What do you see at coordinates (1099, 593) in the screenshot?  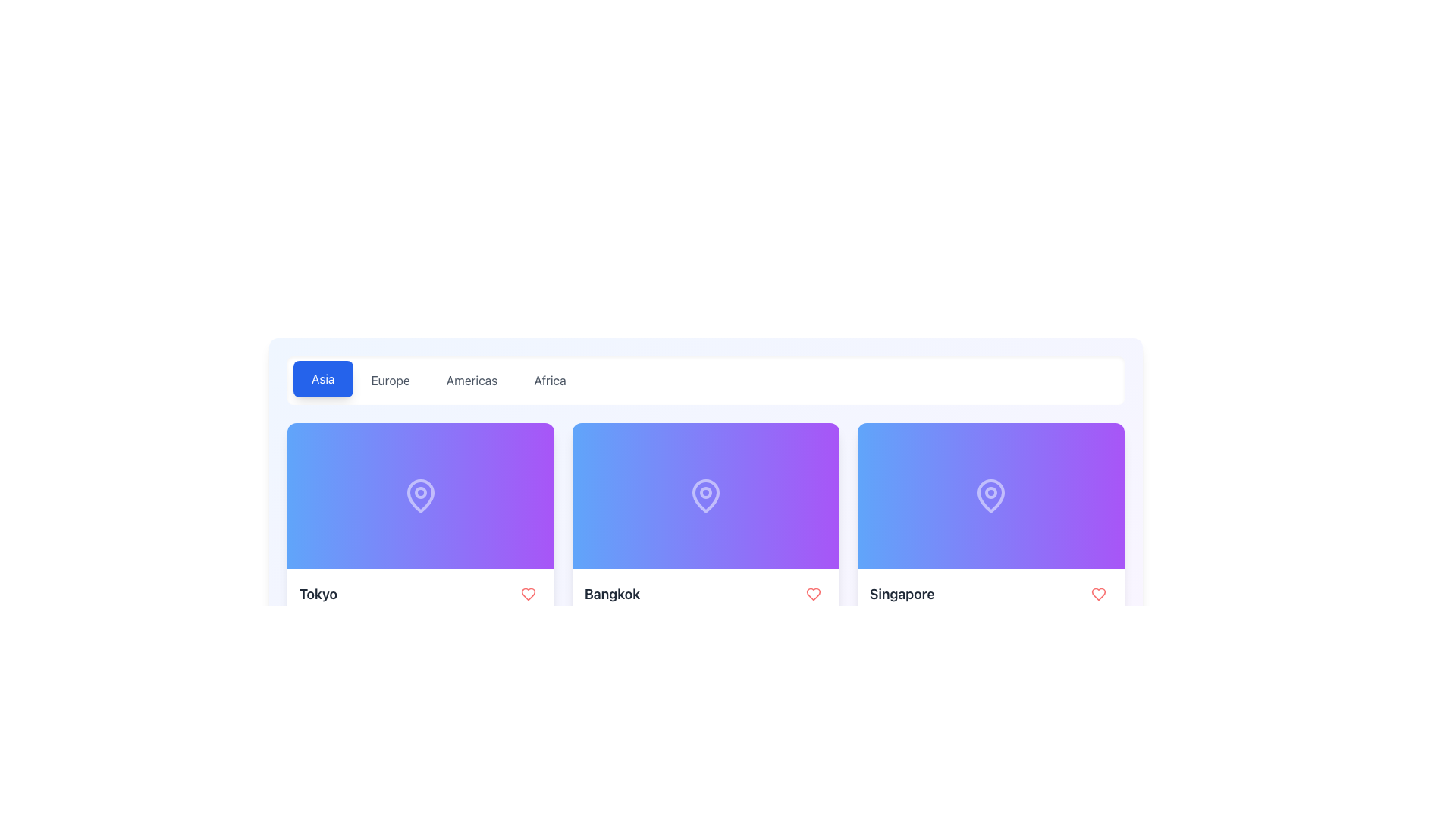 I see `the heart icon button located at the bottom-right corner of the card representing 'Singapore'` at bounding box center [1099, 593].